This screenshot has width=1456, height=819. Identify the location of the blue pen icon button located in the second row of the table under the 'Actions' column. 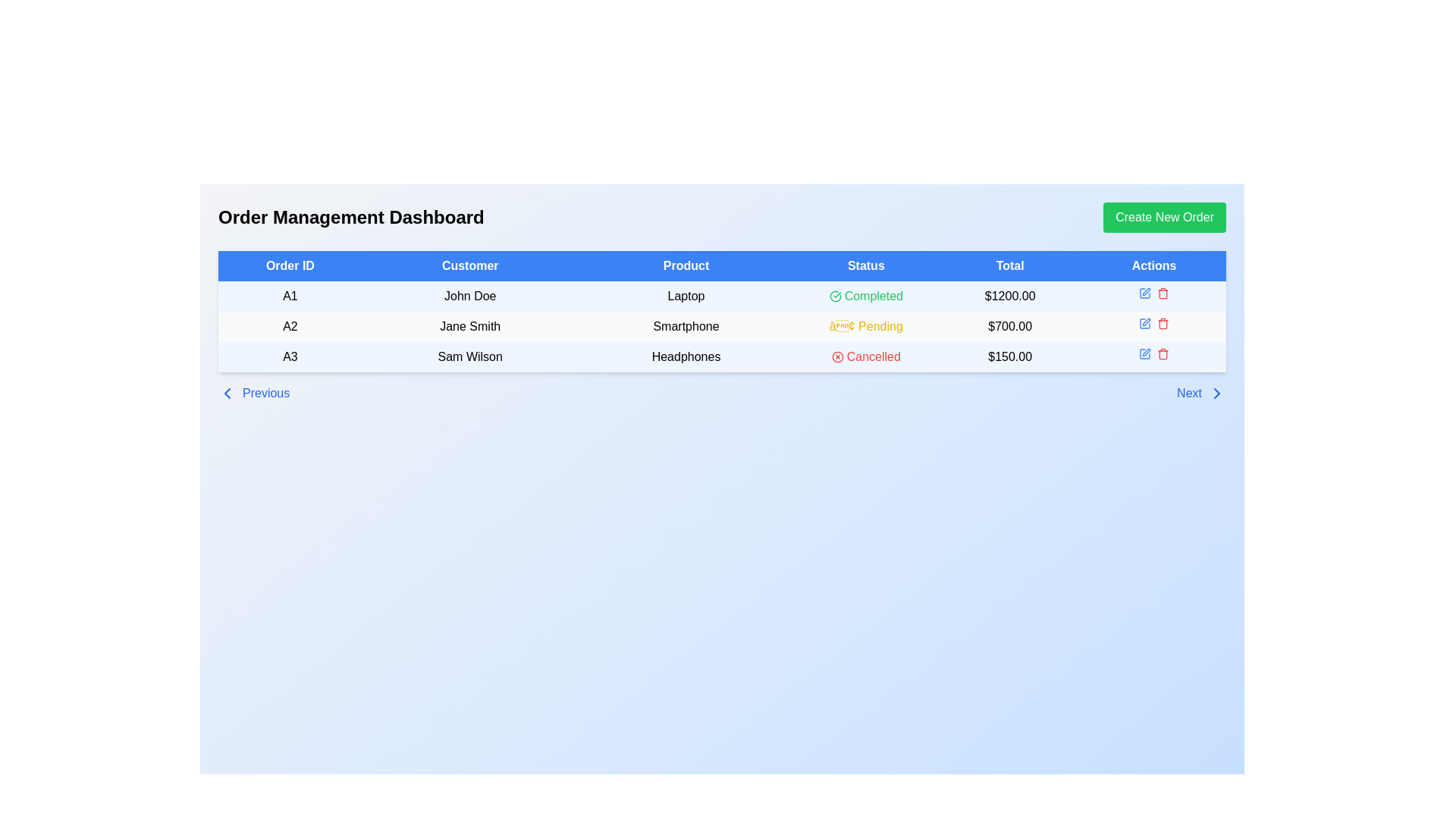
(1145, 323).